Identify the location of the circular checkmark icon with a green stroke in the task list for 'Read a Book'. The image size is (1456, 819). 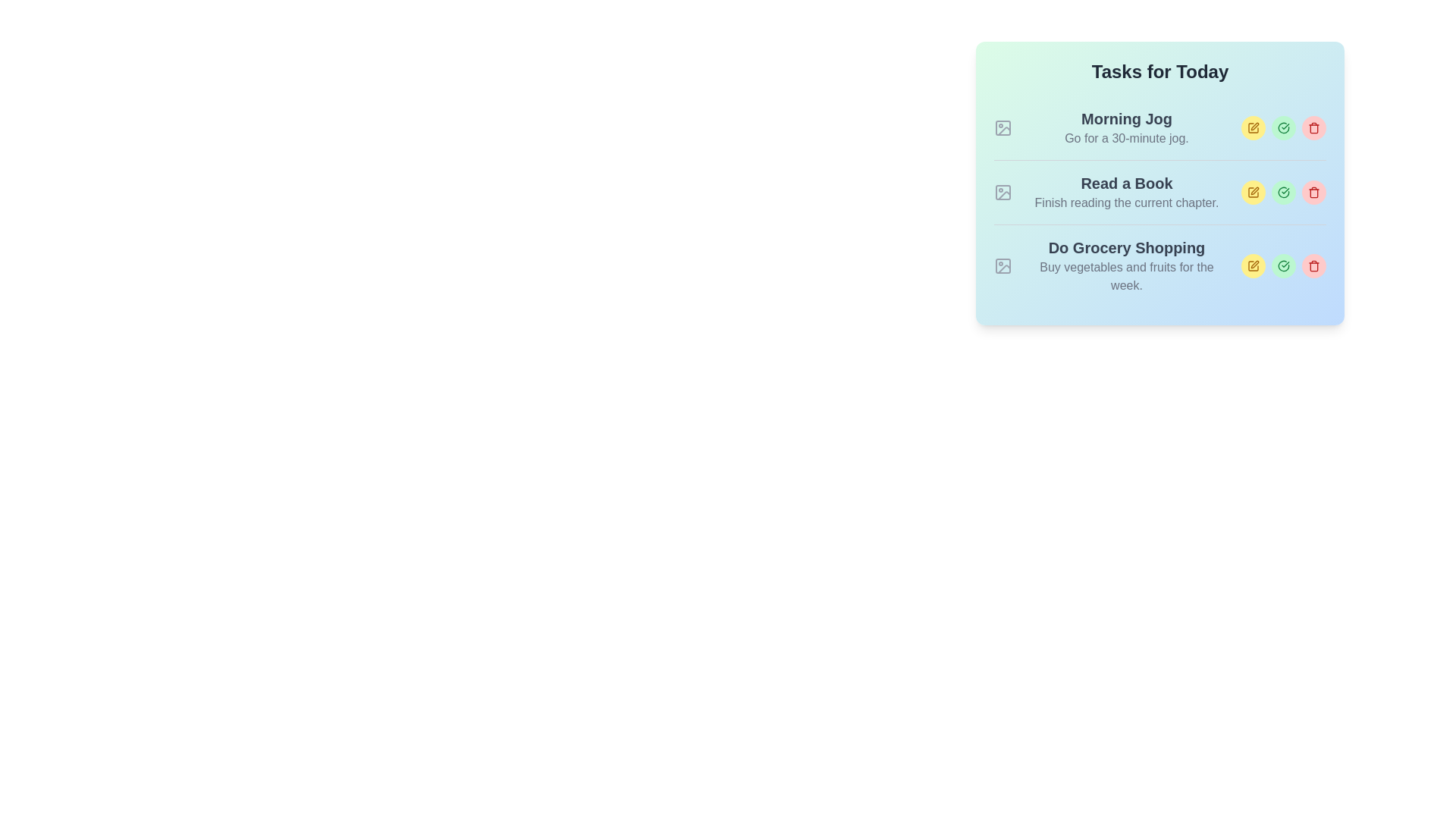
(1283, 192).